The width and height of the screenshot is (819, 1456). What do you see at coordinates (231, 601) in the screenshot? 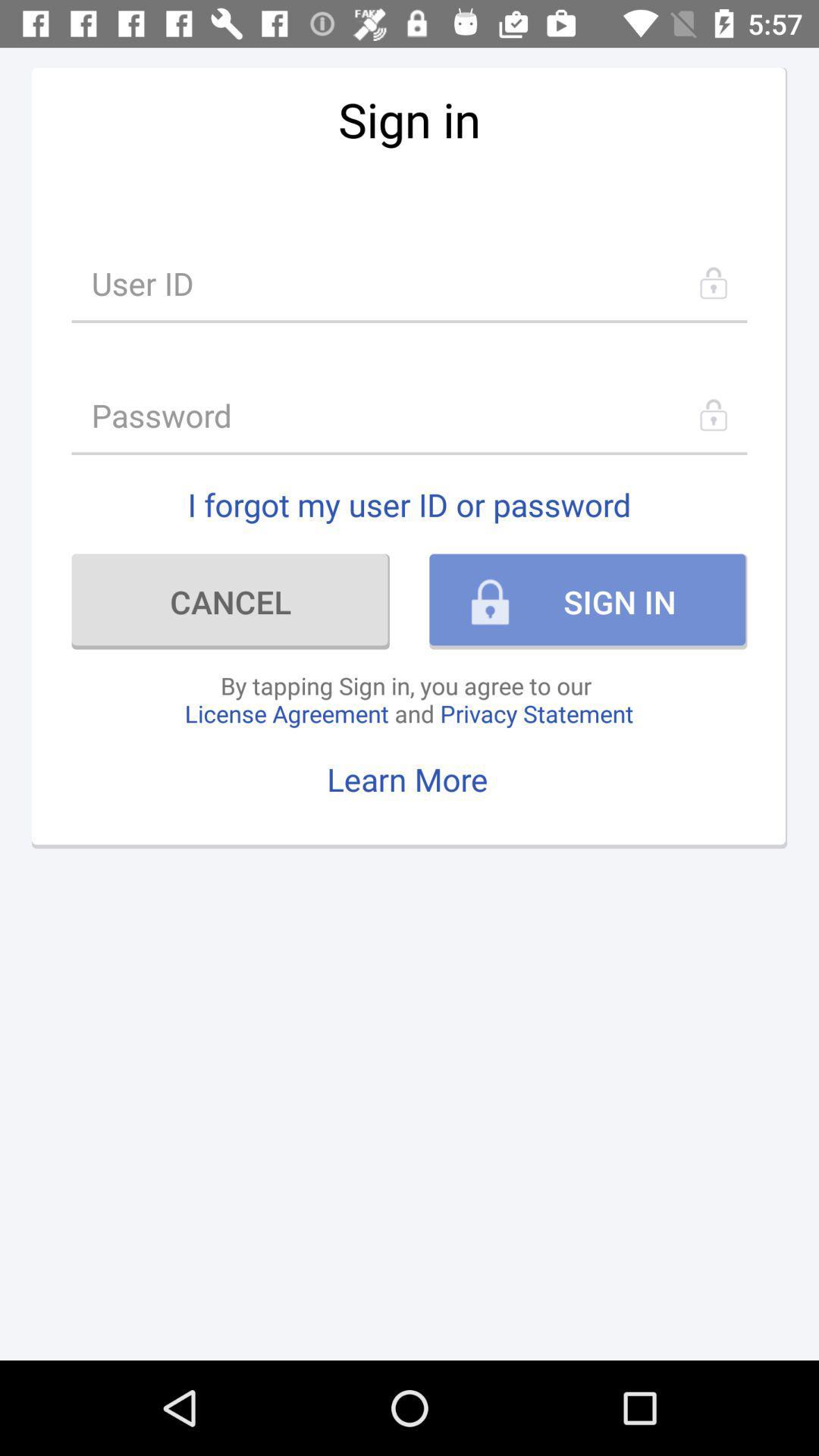
I see `the cancel item` at bounding box center [231, 601].